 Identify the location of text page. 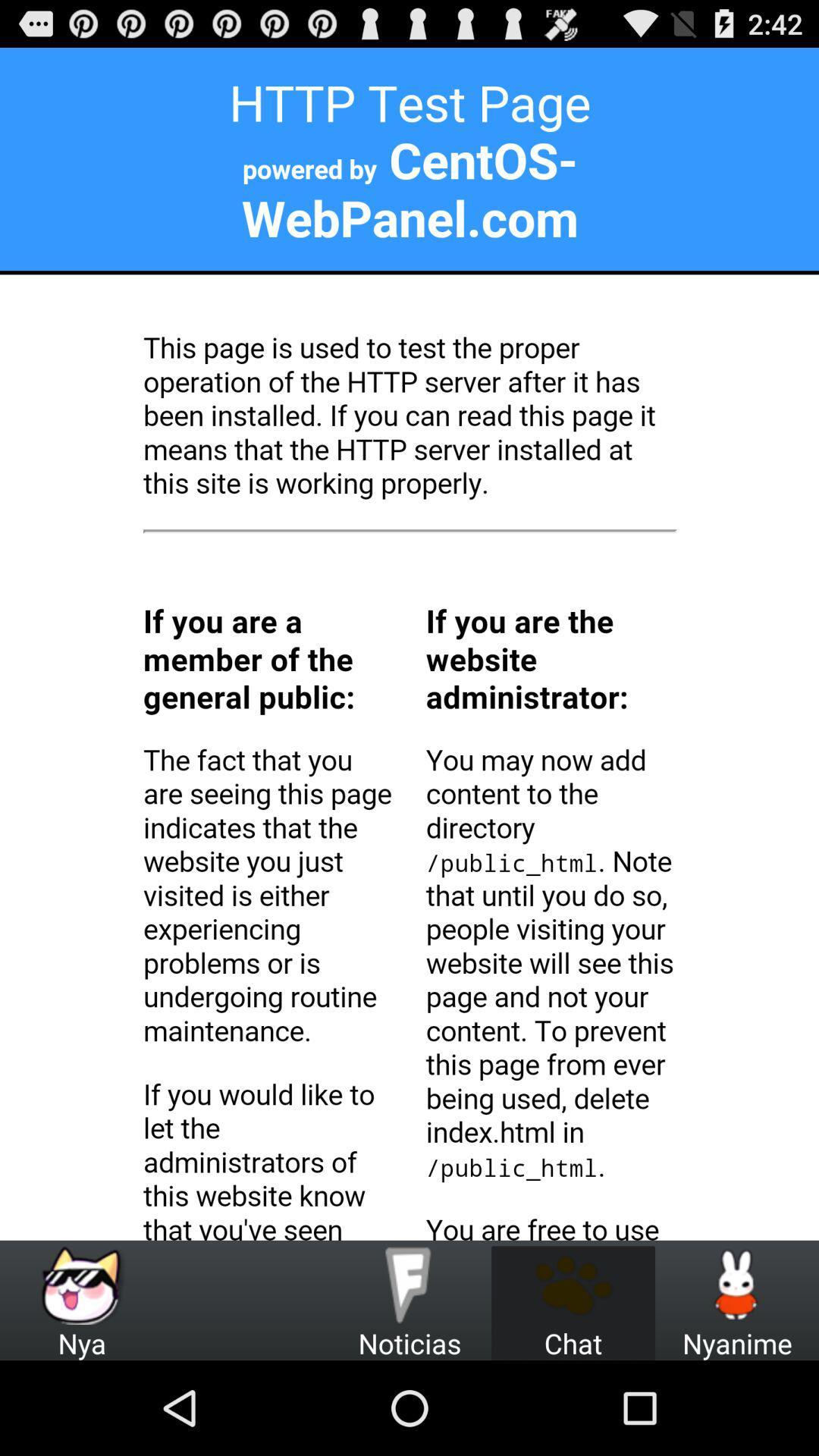
(409, 644).